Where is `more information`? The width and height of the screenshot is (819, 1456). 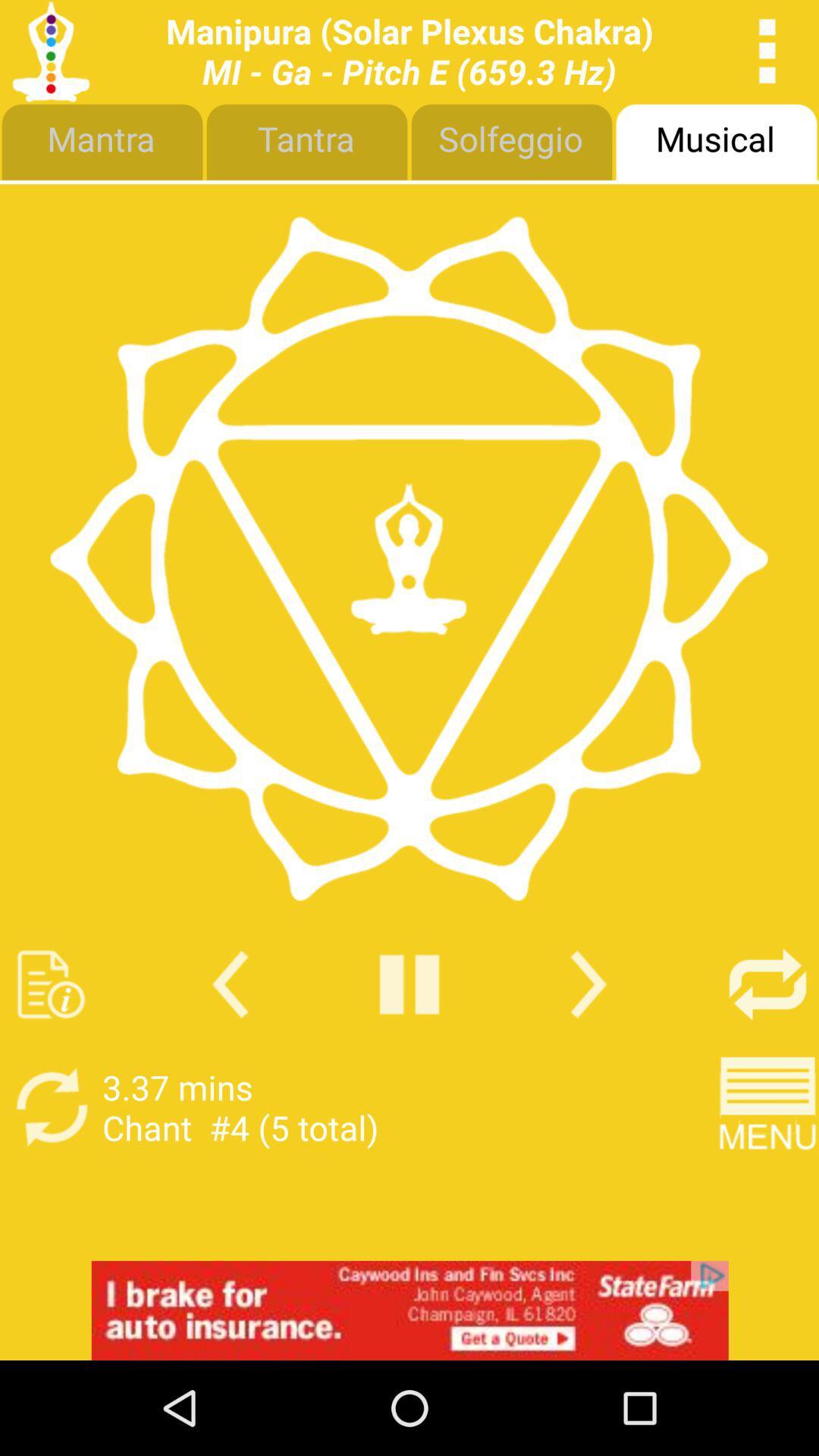 more information is located at coordinates (50, 984).